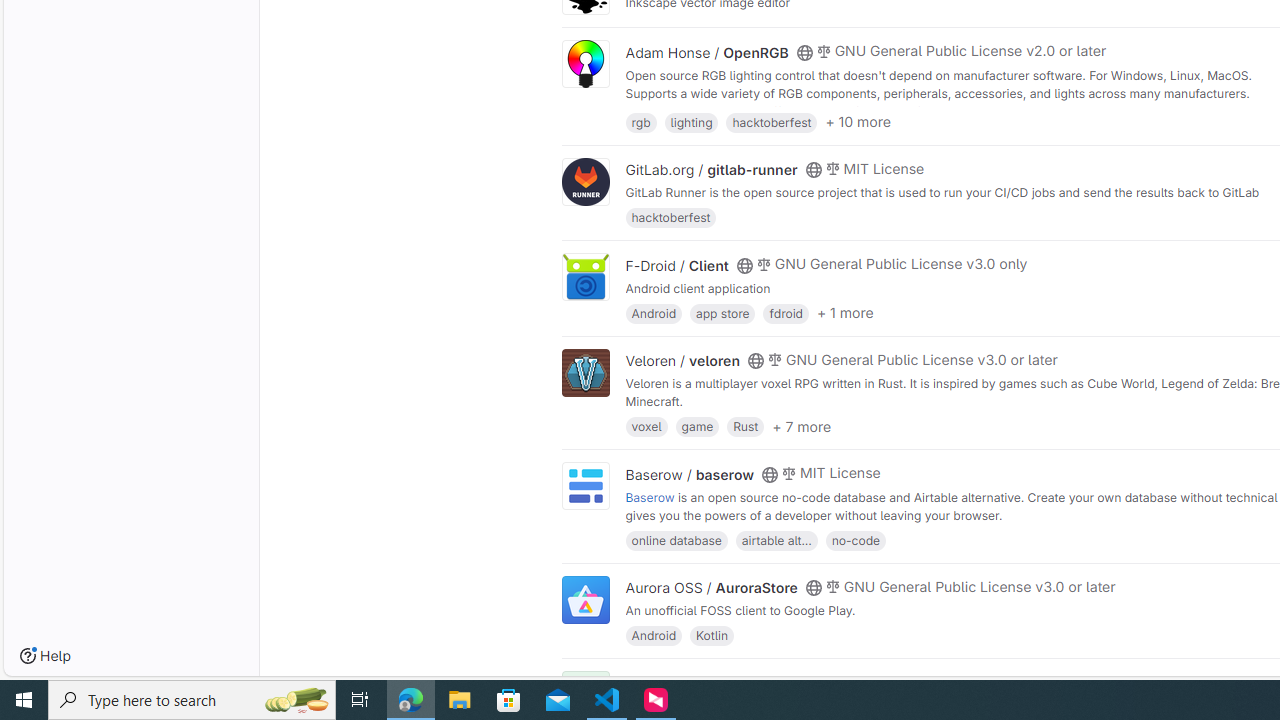 The width and height of the screenshot is (1280, 720). Describe the element at coordinates (855, 538) in the screenshot. I see `'no-code'` at that location.